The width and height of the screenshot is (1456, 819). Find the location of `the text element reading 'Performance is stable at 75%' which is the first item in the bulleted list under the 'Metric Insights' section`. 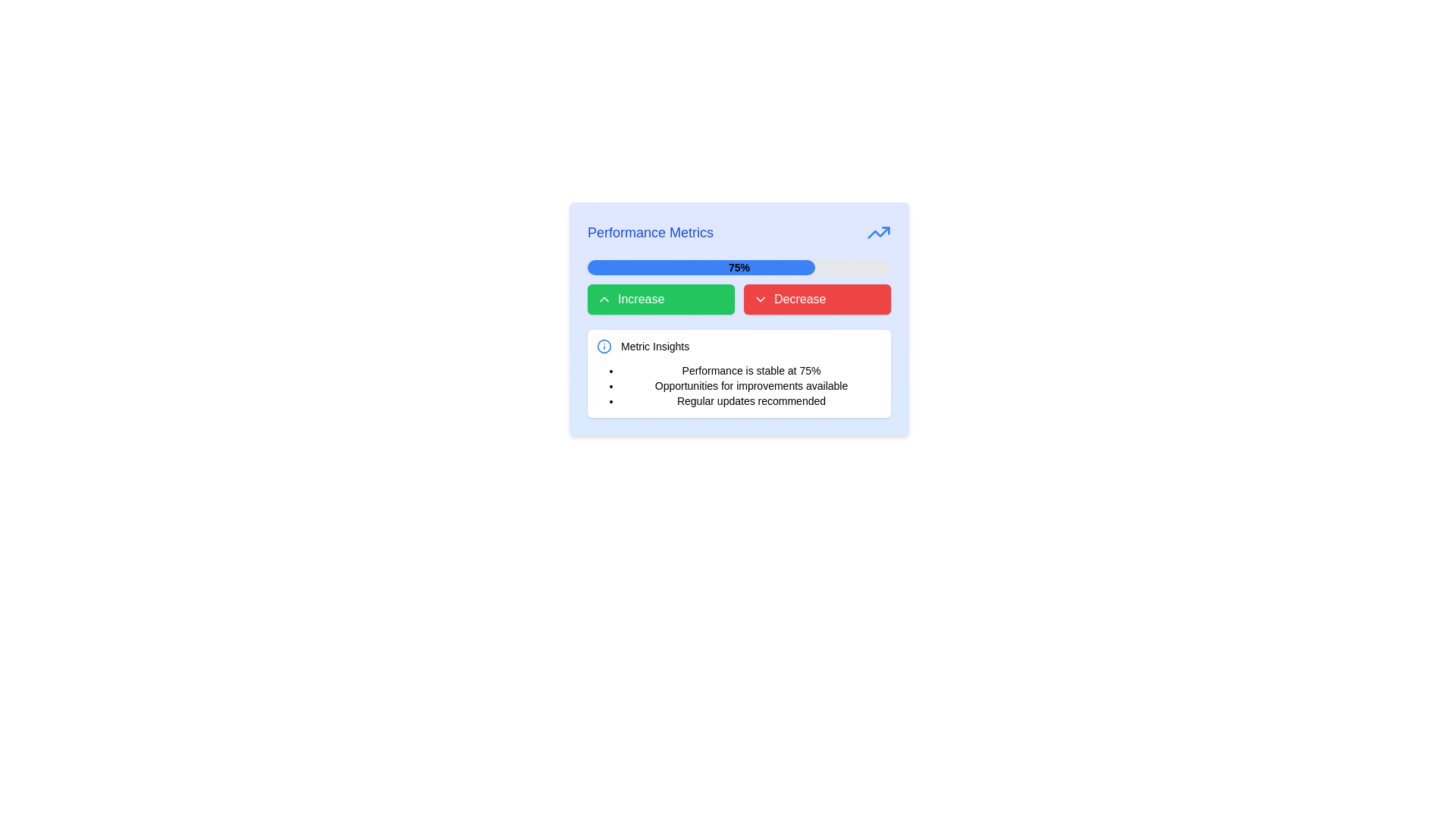

the text element reading 'Performance is stable at 75%' which is the first item in the bulleted list under the 'Metric Insights' section is located at coordinates (751, 371).